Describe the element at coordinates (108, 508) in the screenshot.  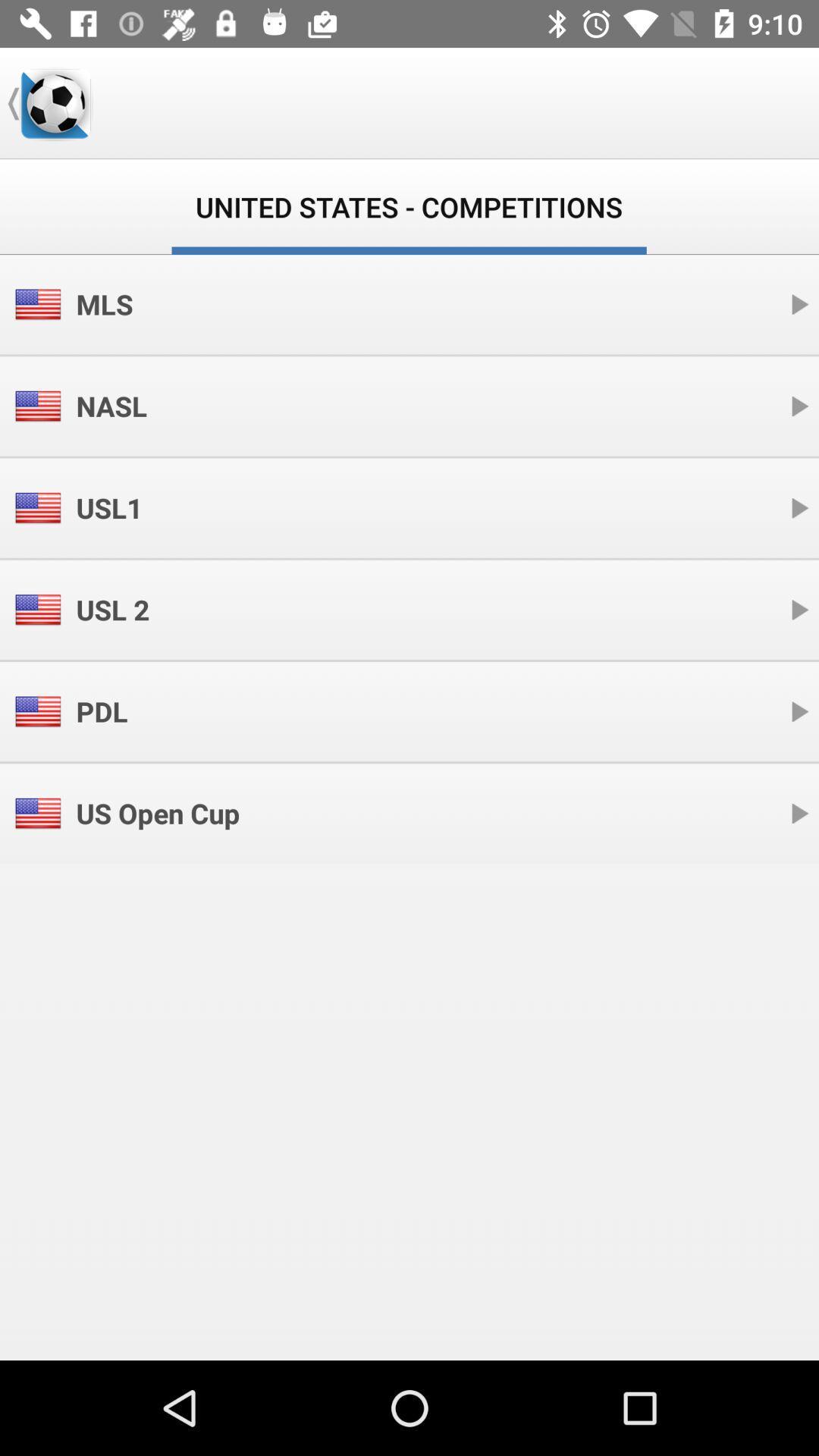
I see `icon below nasl icon` at that location.